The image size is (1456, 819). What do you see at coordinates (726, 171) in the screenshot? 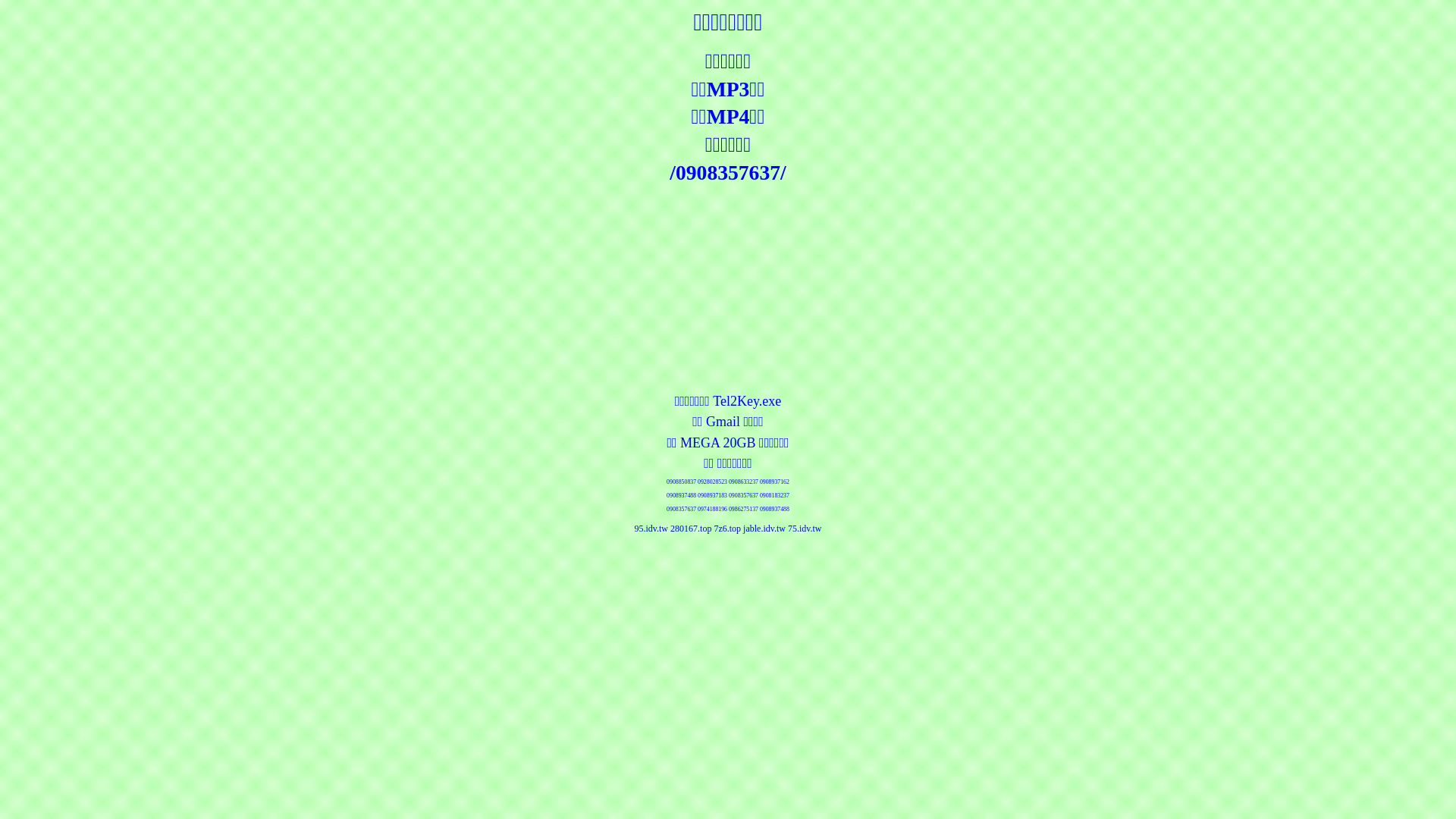
I see `'/0908357637/'` at bounding box center [726, 171].